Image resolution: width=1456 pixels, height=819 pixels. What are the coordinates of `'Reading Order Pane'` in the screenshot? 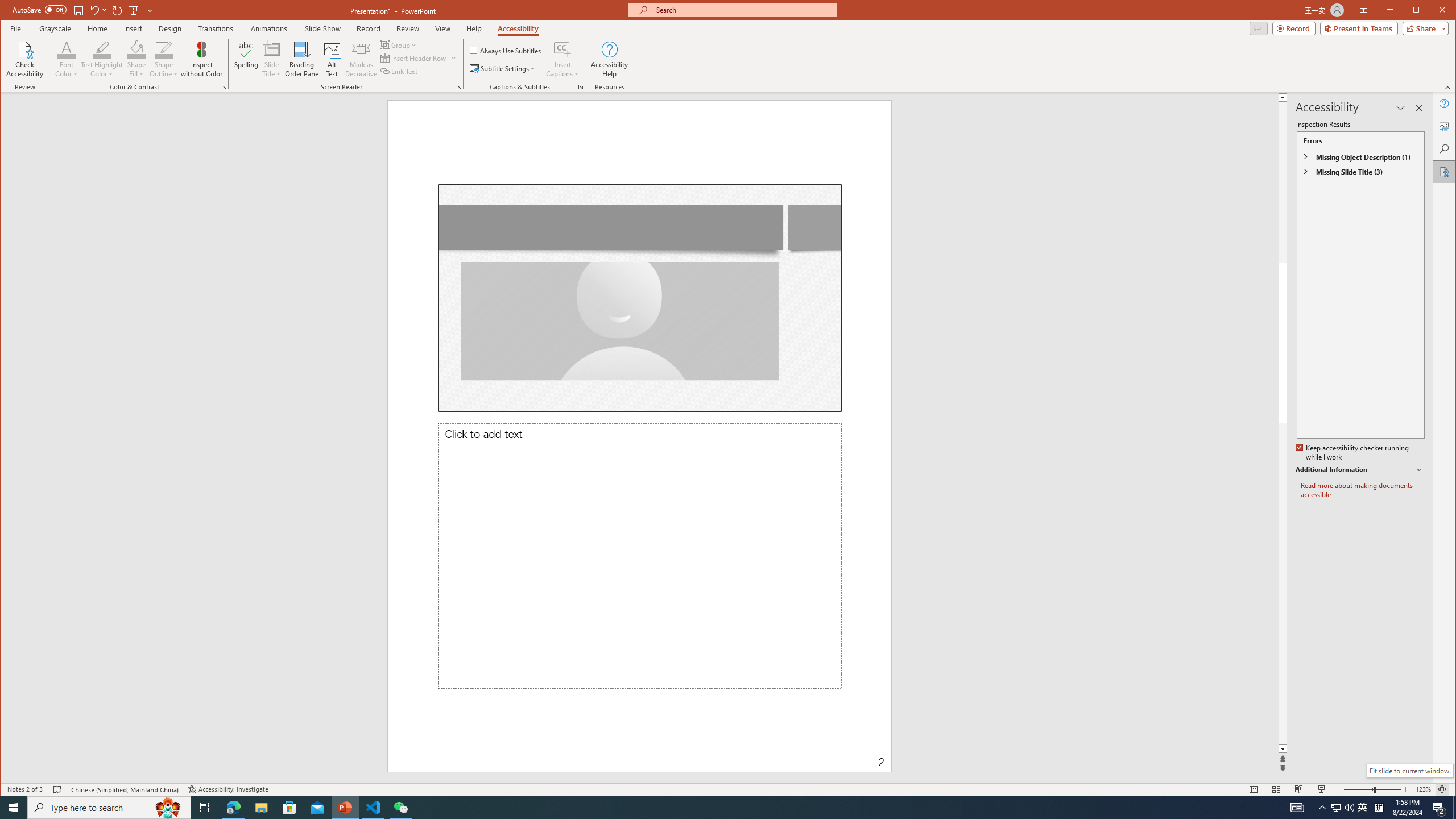 It's located at (301, 59).